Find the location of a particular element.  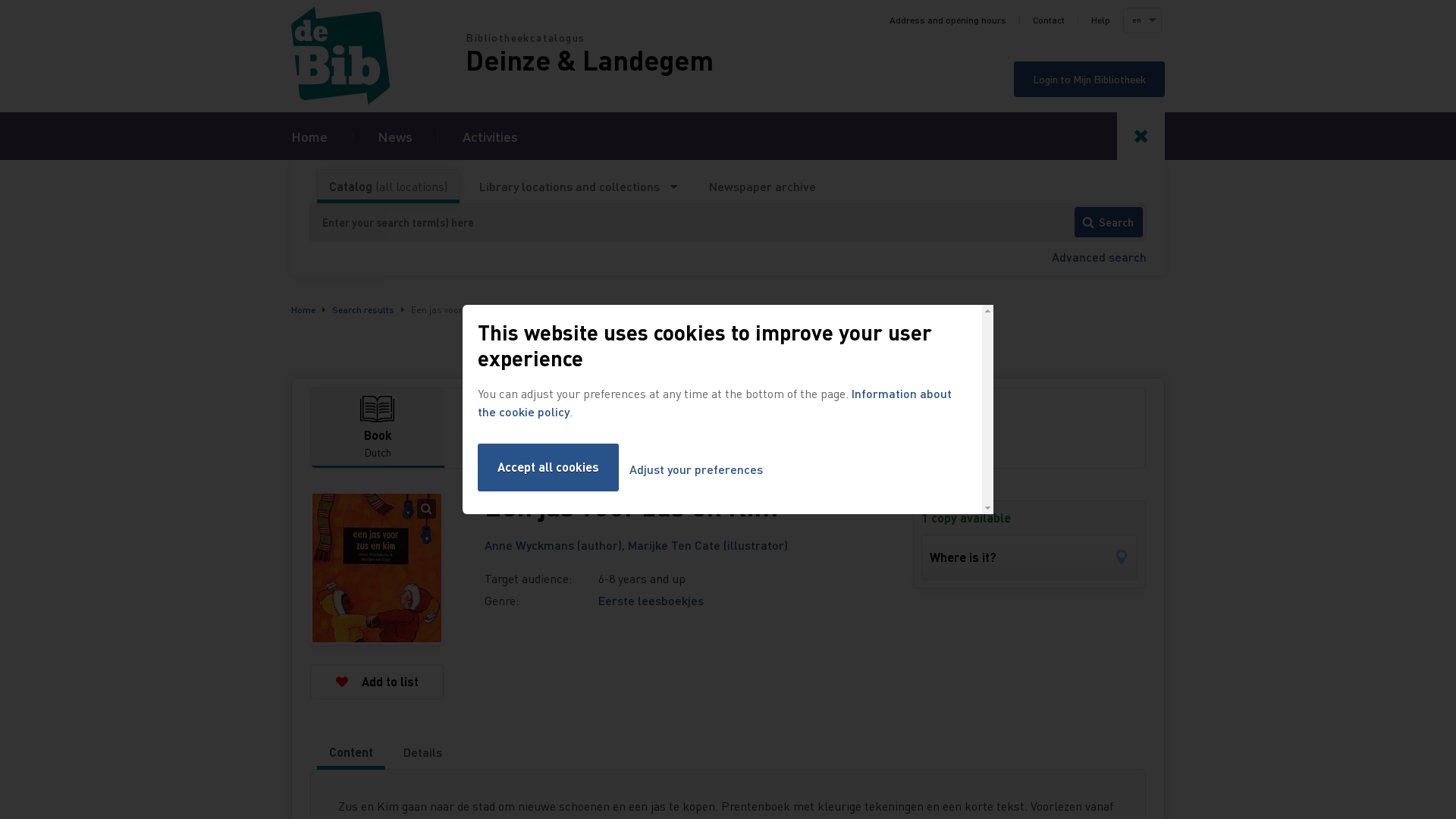

'Eerste leesboekjes' is located at coordinates (651, 599).